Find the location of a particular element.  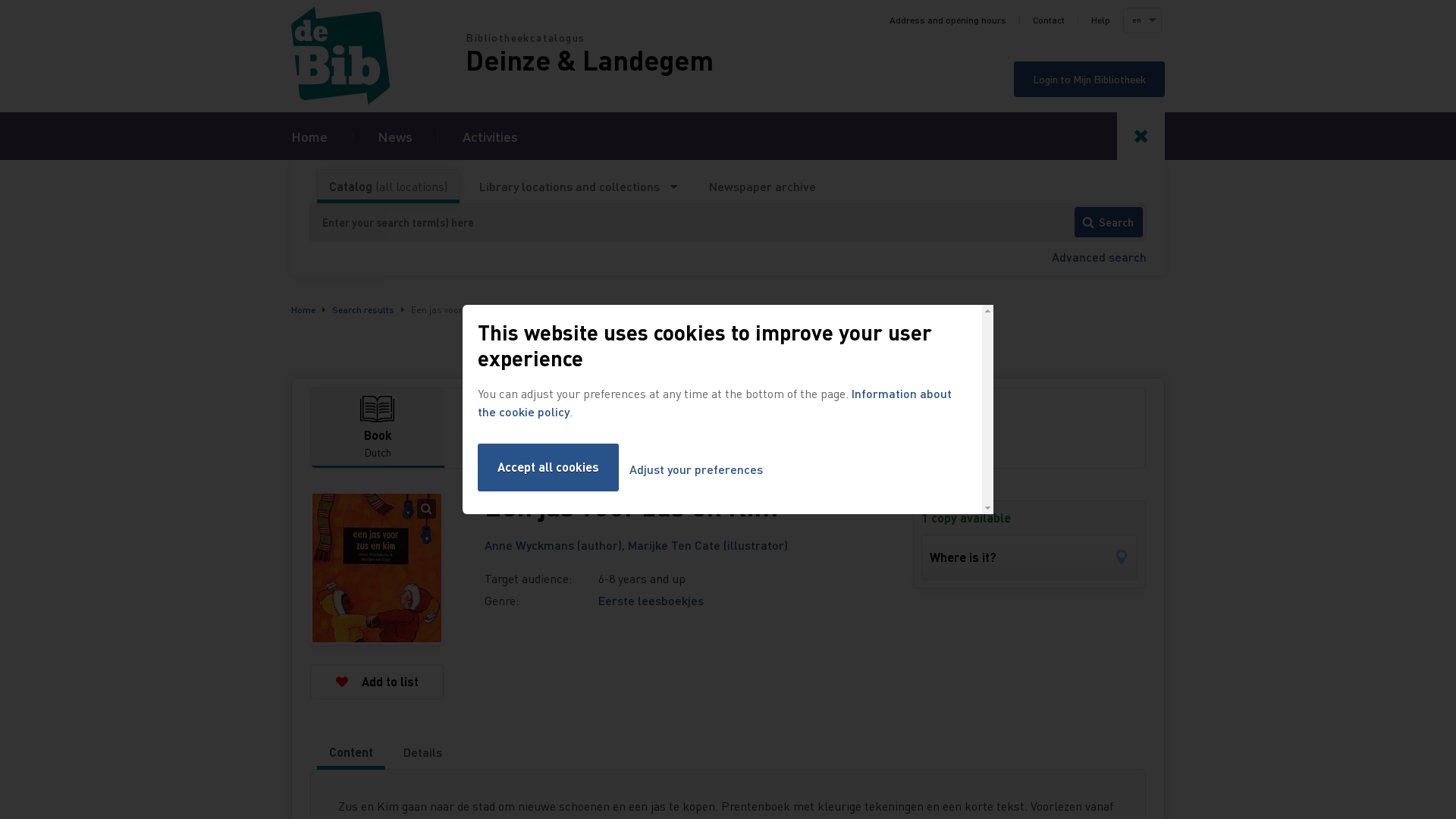

'Eerste leesboekjes' is located at coordinates (651, 599).